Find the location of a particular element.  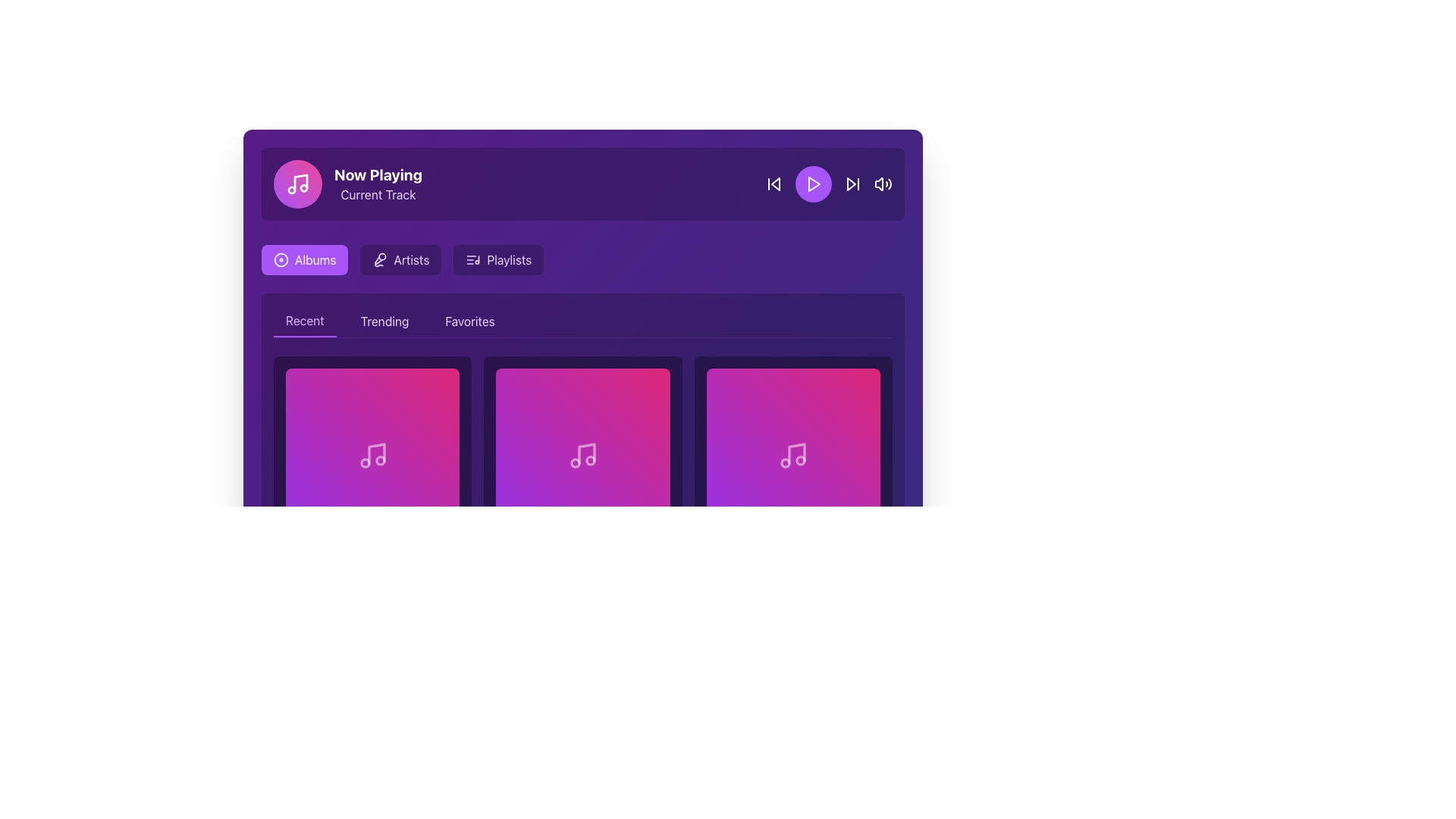

the music list icon, which features horizontal lines and a musical note, located next to the 'Playlists' label in the navigation menu is located at coordinates (472, 259).